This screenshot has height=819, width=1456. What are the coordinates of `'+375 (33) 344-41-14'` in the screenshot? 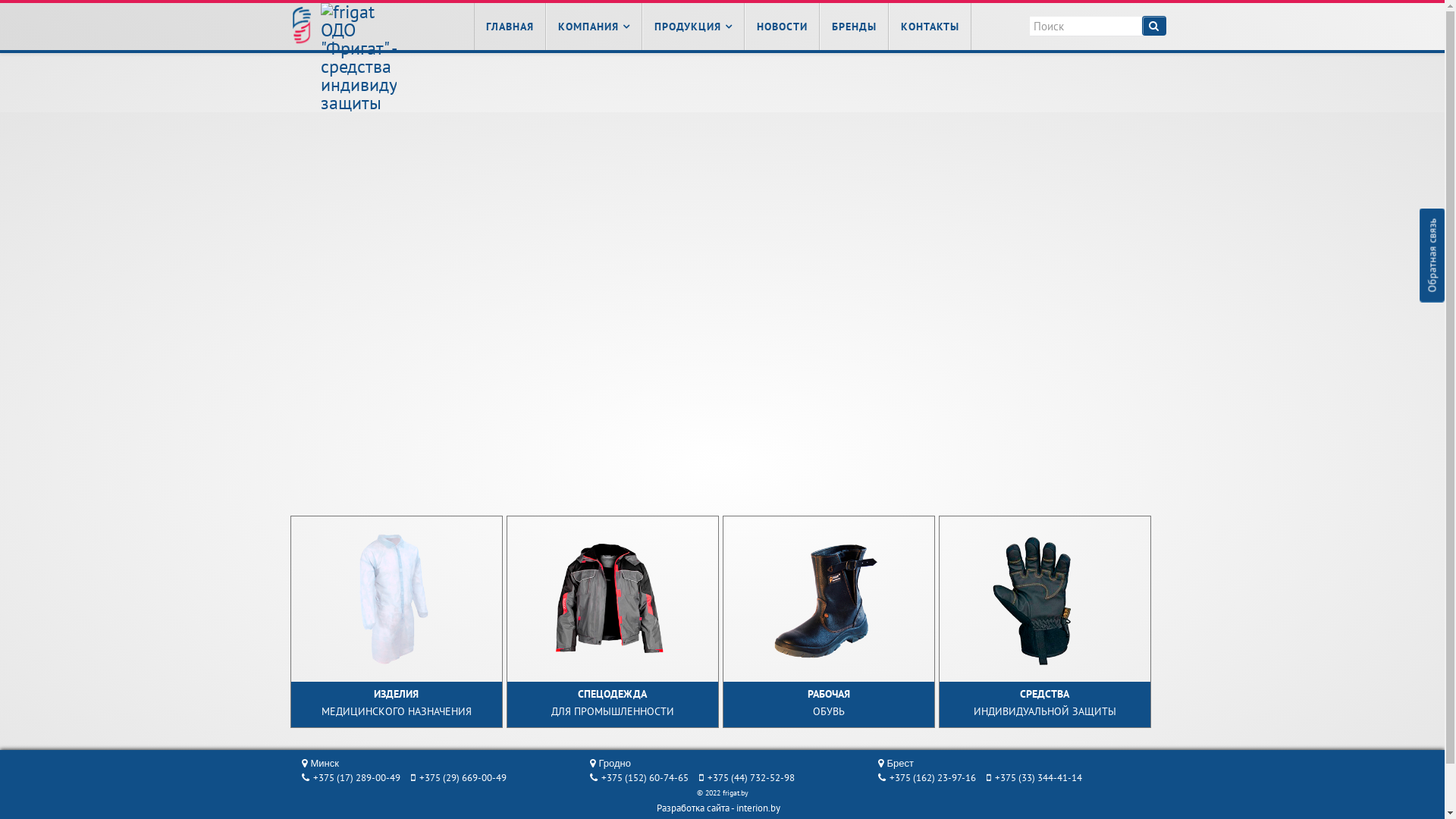 It's located at (1033, 777).